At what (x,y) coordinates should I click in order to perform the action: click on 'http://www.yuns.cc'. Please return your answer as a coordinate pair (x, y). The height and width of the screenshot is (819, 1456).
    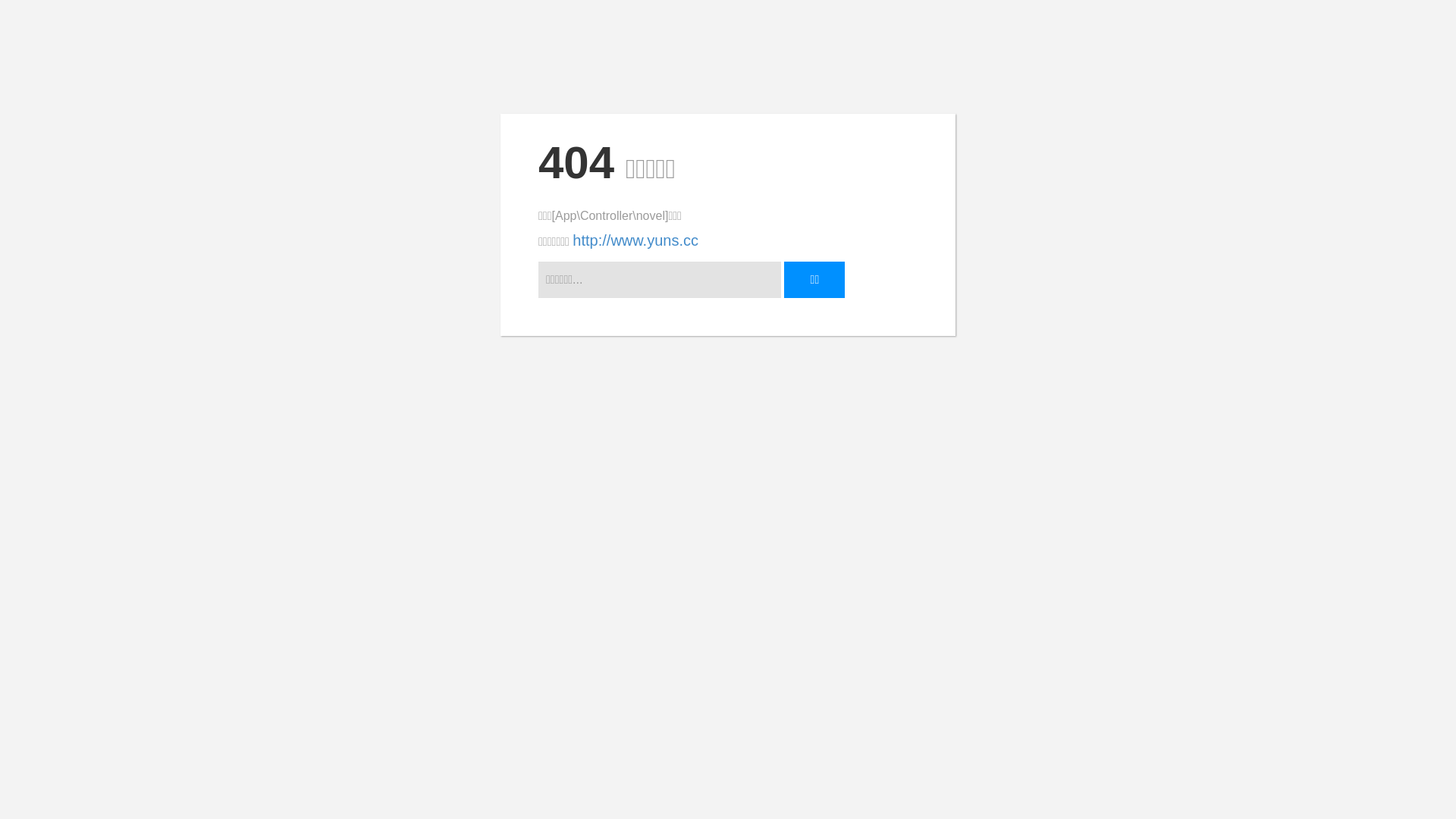
    Looking at the image, I should click on (635, 239).